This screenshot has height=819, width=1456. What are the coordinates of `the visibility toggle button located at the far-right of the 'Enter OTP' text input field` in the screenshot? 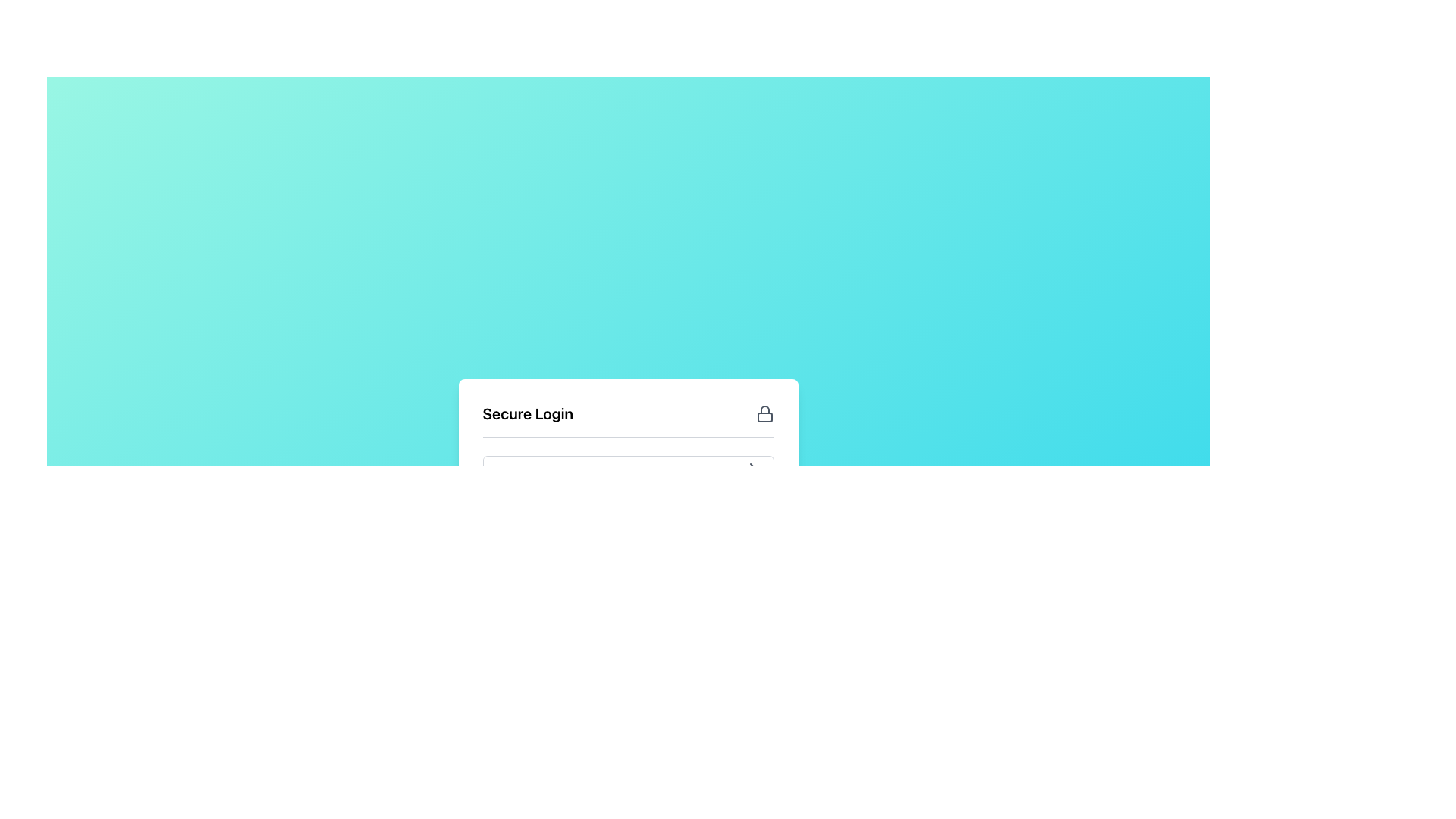 It's located at (758, 470).